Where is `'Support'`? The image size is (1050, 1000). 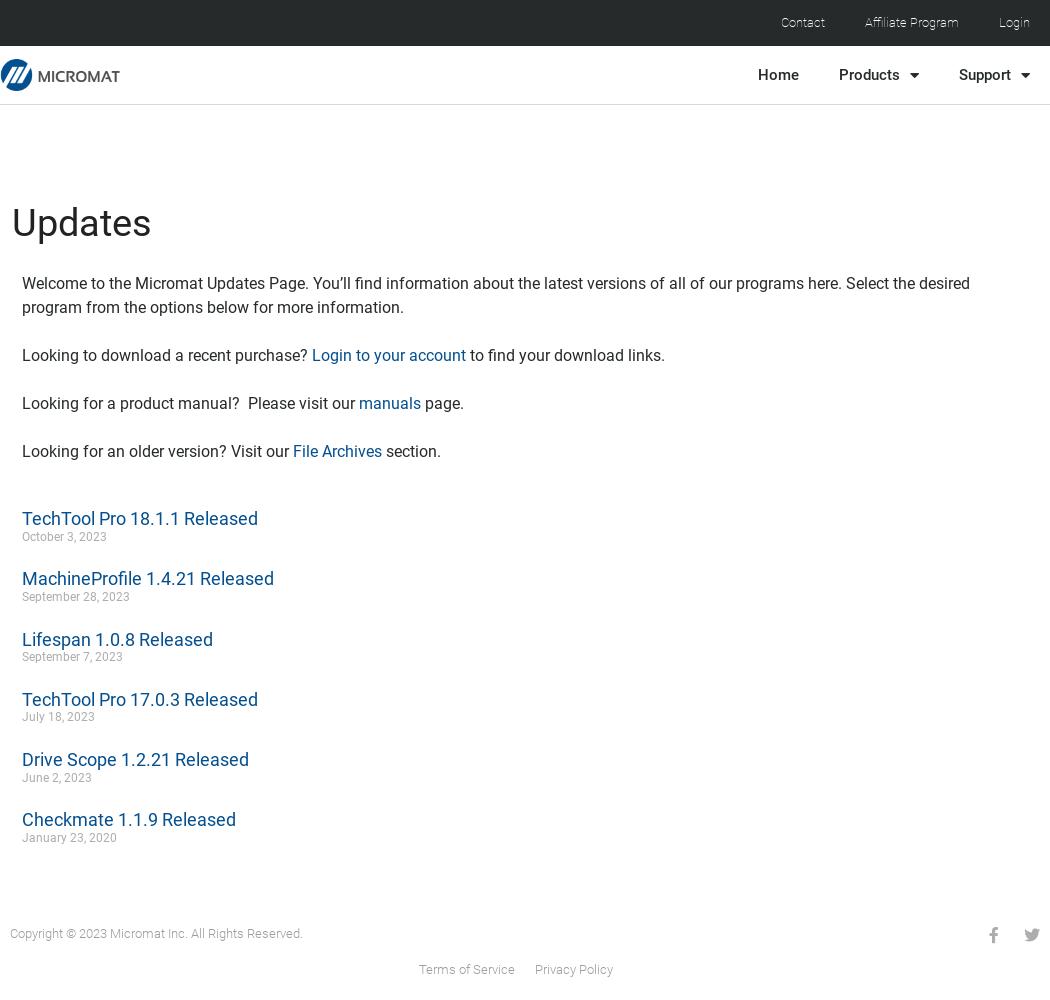 'Support' is located at coordinates (957, 74).